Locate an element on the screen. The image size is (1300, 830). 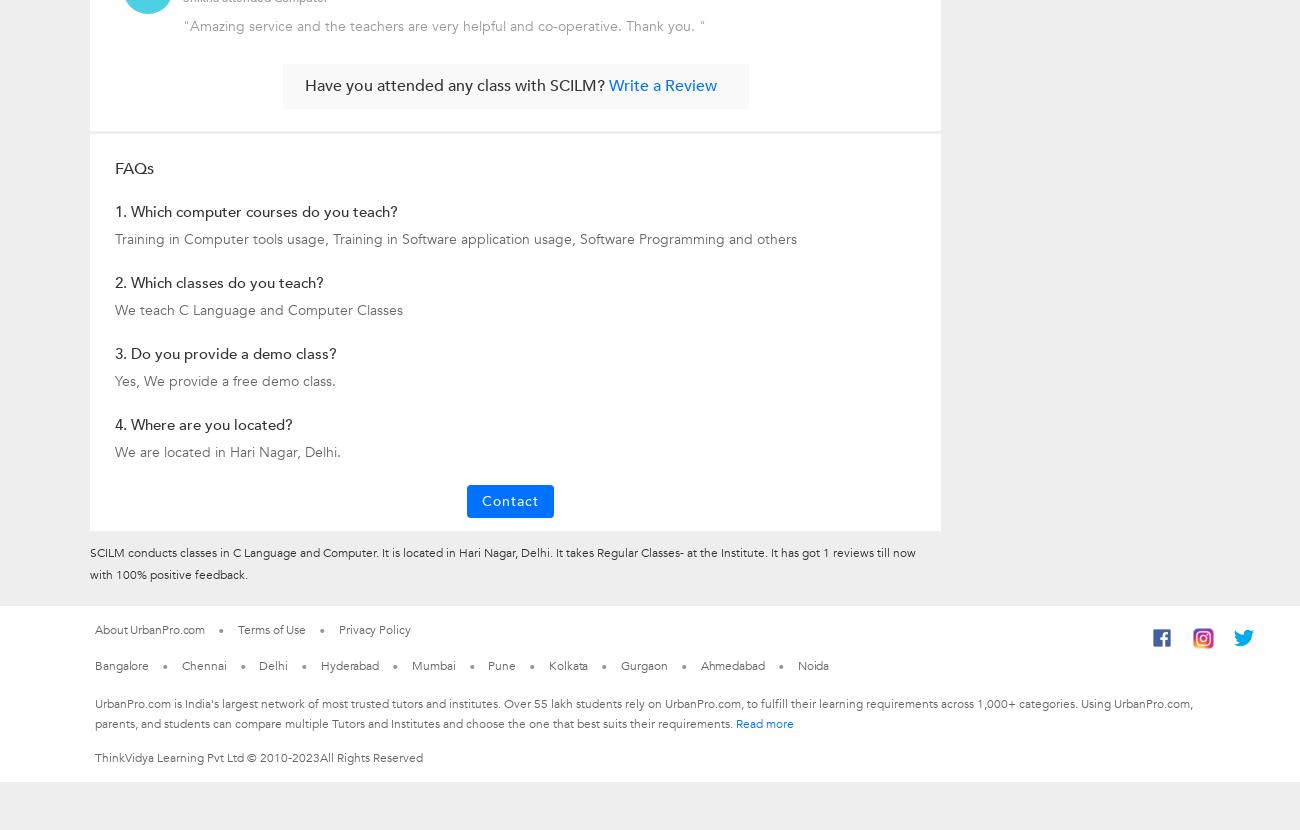
'Delhi' is located at coordinates (273, 665).